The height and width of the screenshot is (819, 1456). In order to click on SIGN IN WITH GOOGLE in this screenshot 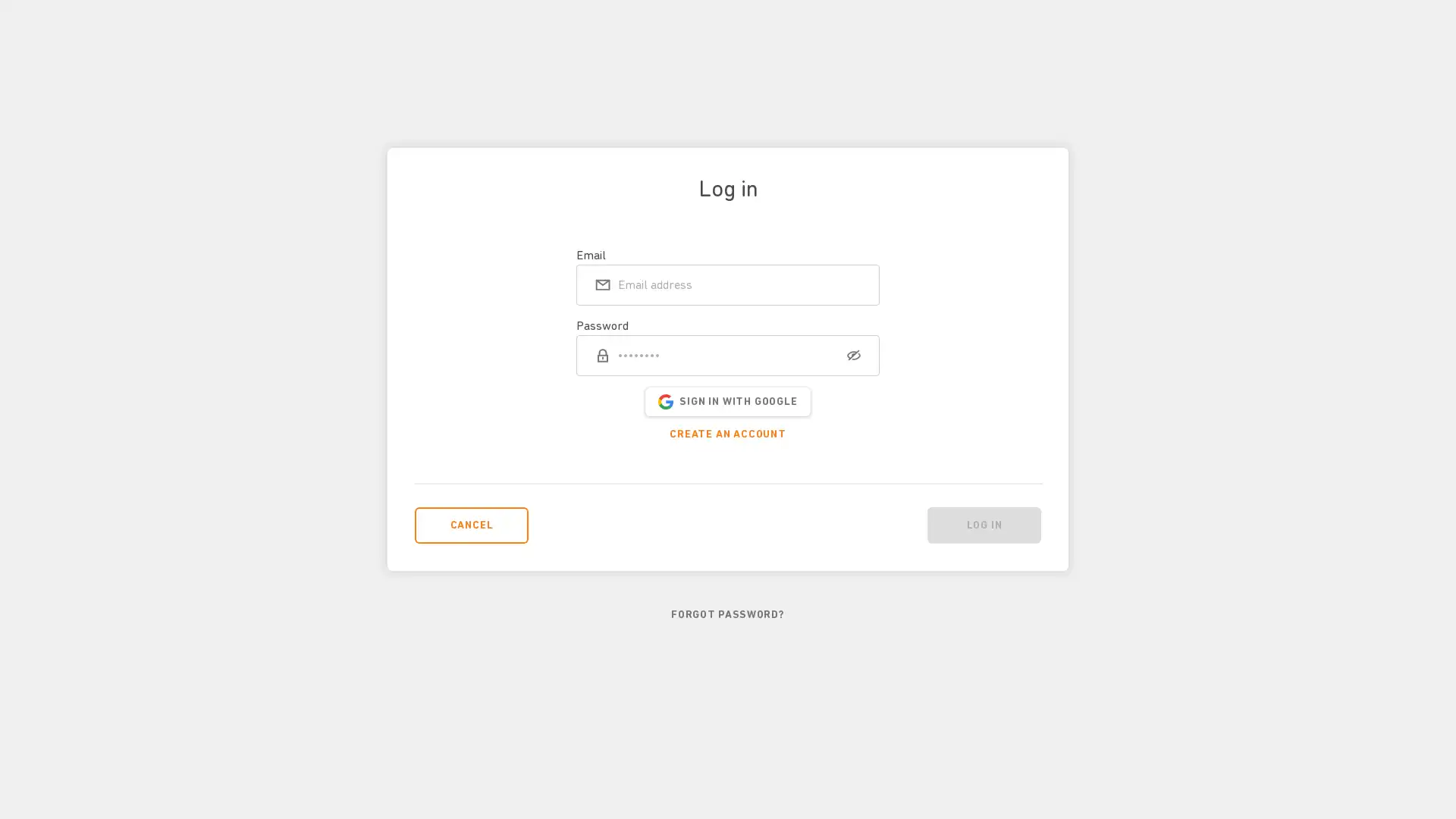, I will do `click(726, 400)`.